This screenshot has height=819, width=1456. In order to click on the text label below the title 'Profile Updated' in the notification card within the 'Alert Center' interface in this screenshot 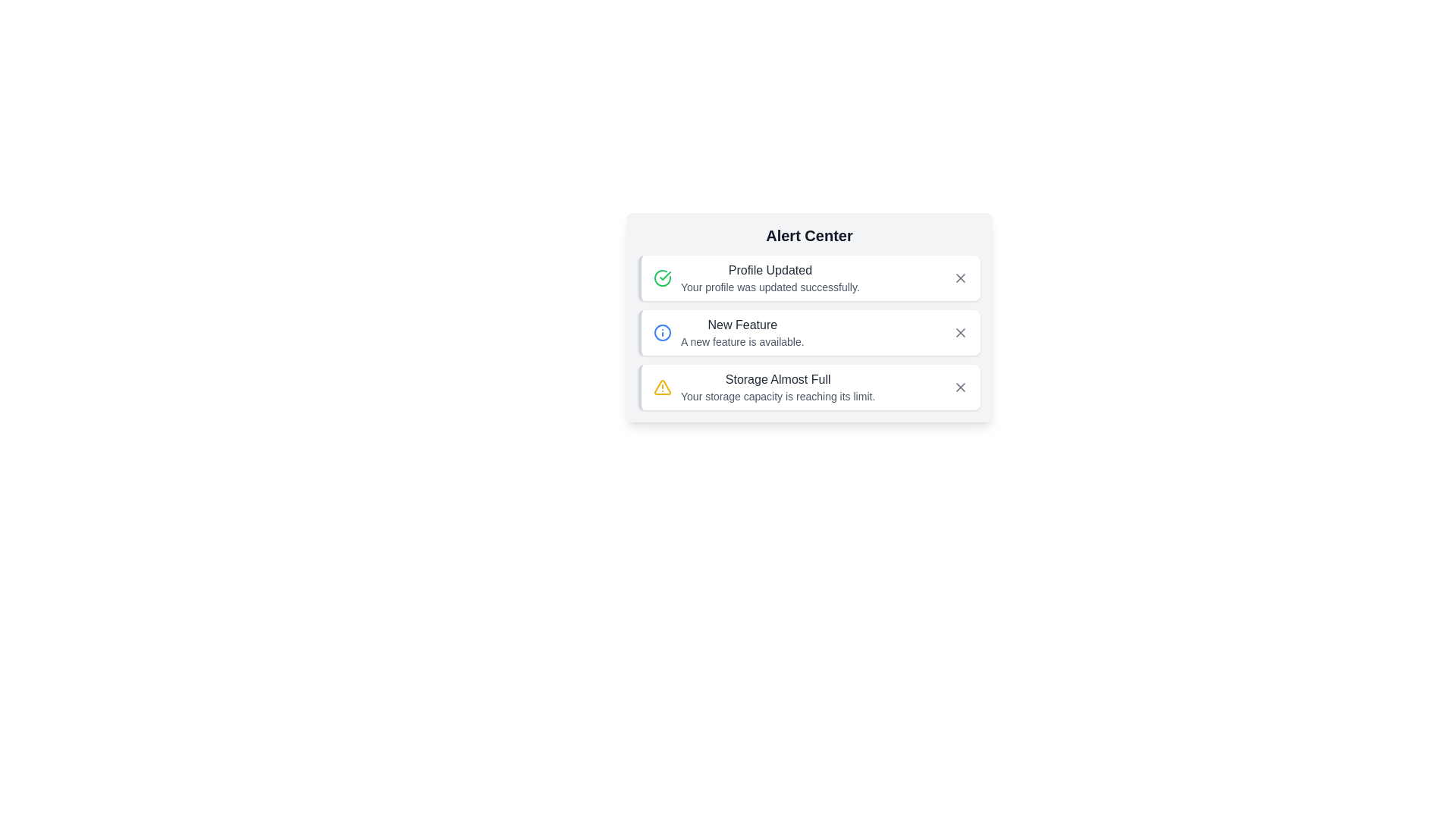, I will do `click(770, 287)`.